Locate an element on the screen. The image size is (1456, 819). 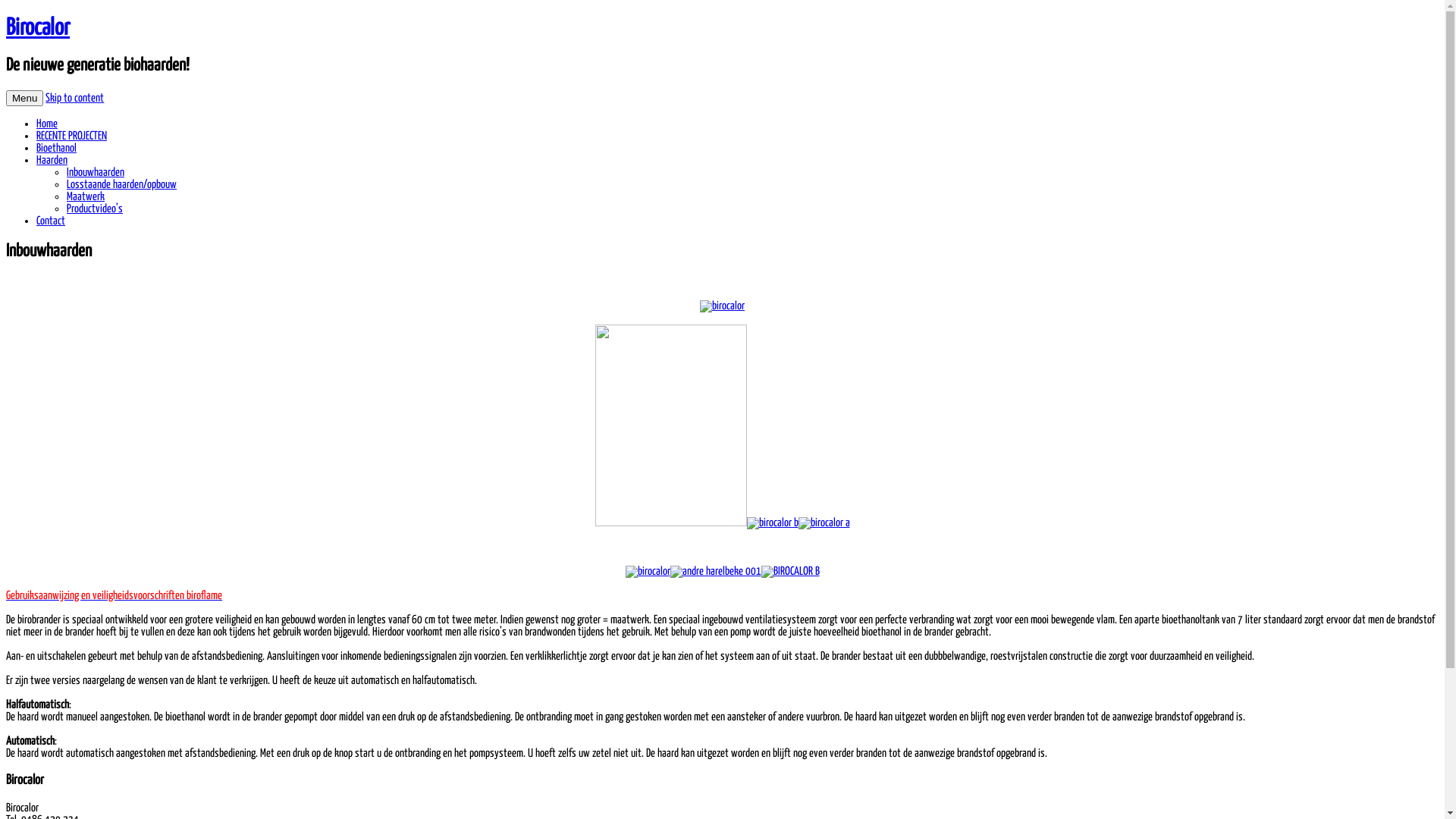
'Losstaande haarden/opbouw' is located at coordinates (65, 184).